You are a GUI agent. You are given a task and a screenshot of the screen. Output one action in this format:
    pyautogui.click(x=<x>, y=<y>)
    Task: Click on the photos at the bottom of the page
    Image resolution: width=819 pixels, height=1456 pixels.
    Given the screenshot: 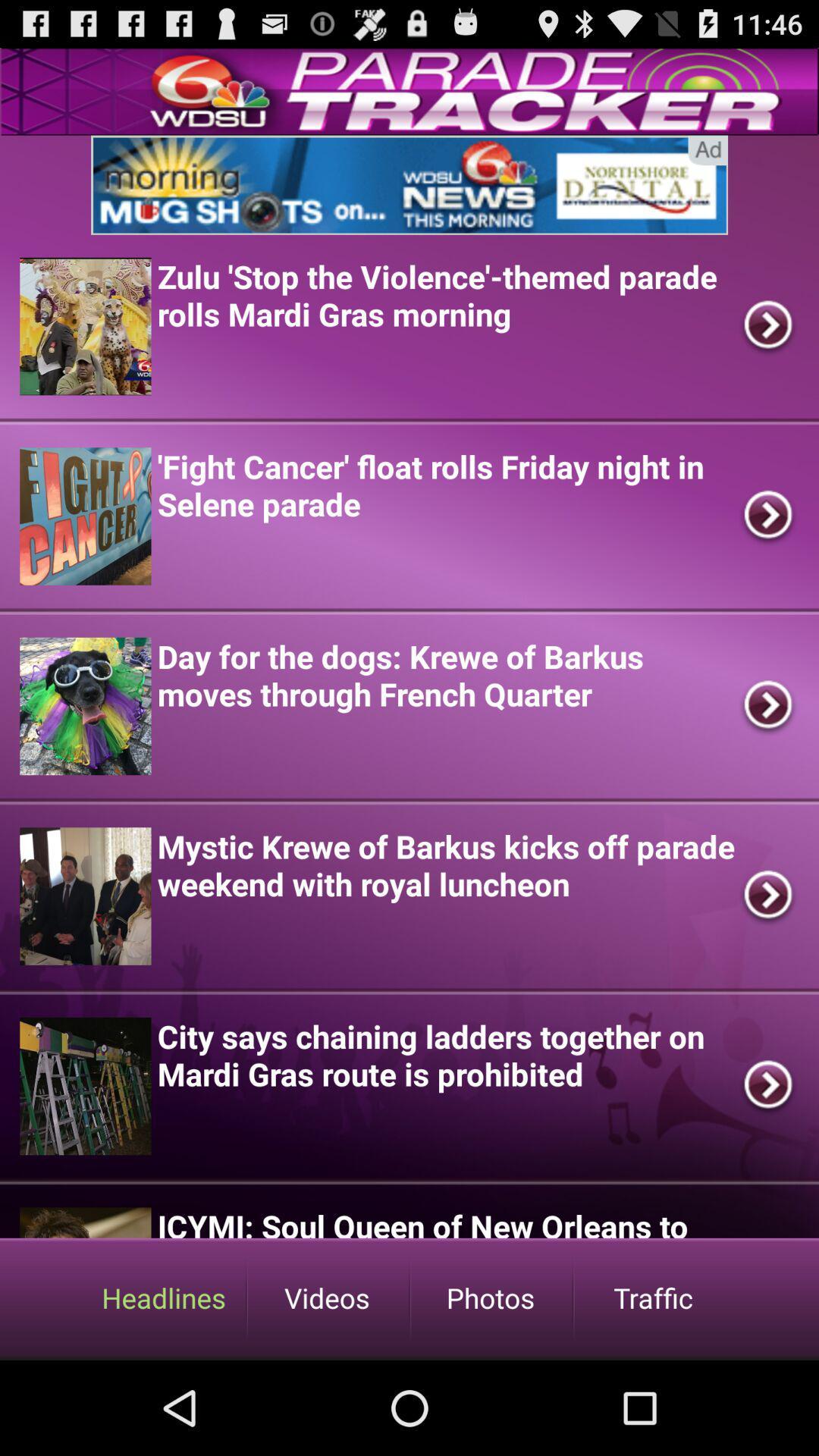 What is the action you would take?
    pyautogui.click(x=491, y=1297)
    